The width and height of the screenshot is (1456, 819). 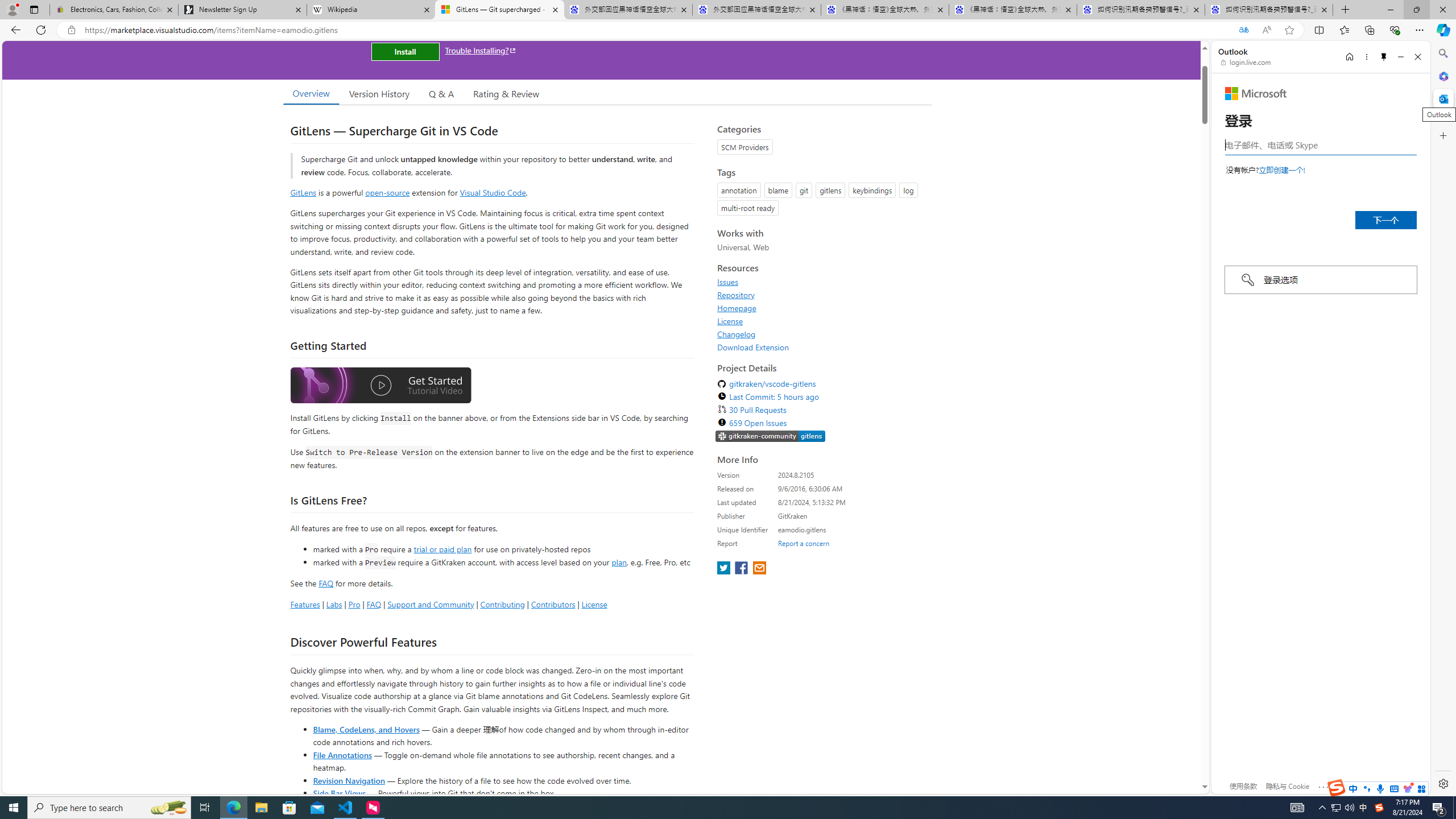 I want to click on 'Labs', so click(x=334, y=603).